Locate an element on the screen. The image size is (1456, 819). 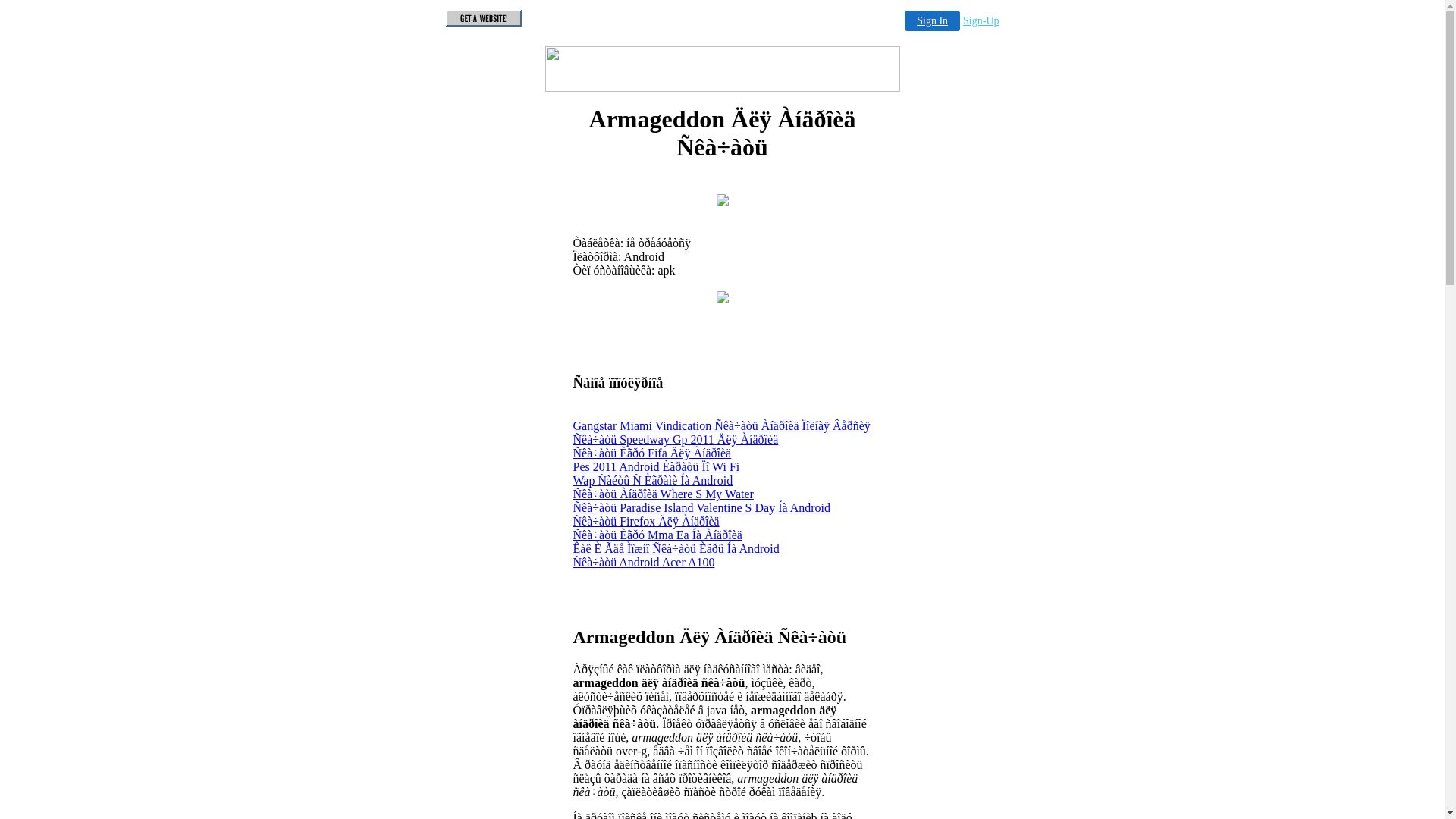
'Sign-Up' is located at coordinates (981, 20).